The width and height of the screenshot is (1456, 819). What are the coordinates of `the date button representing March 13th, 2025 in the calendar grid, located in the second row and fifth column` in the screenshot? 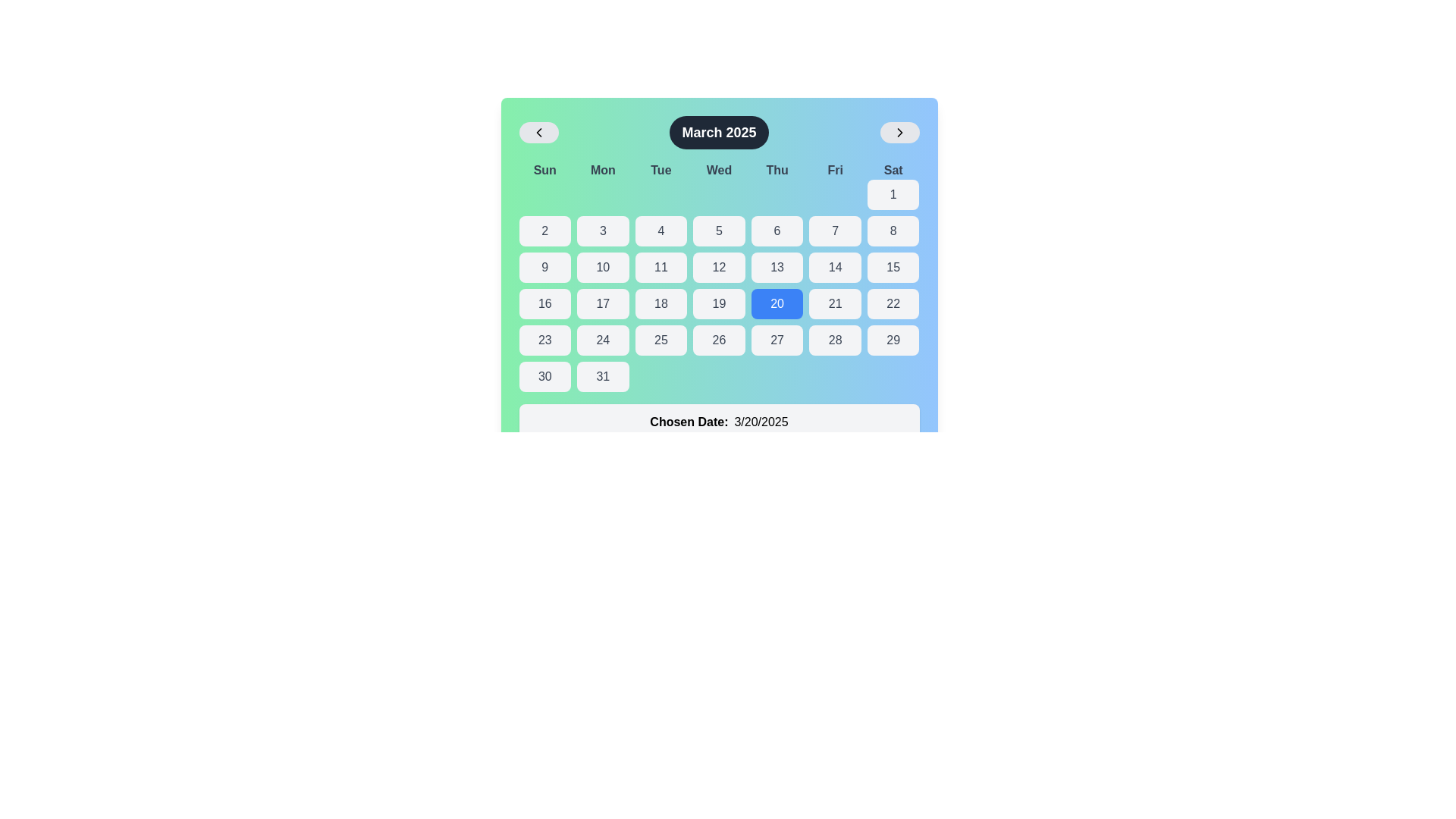 It's located at (777, 267).